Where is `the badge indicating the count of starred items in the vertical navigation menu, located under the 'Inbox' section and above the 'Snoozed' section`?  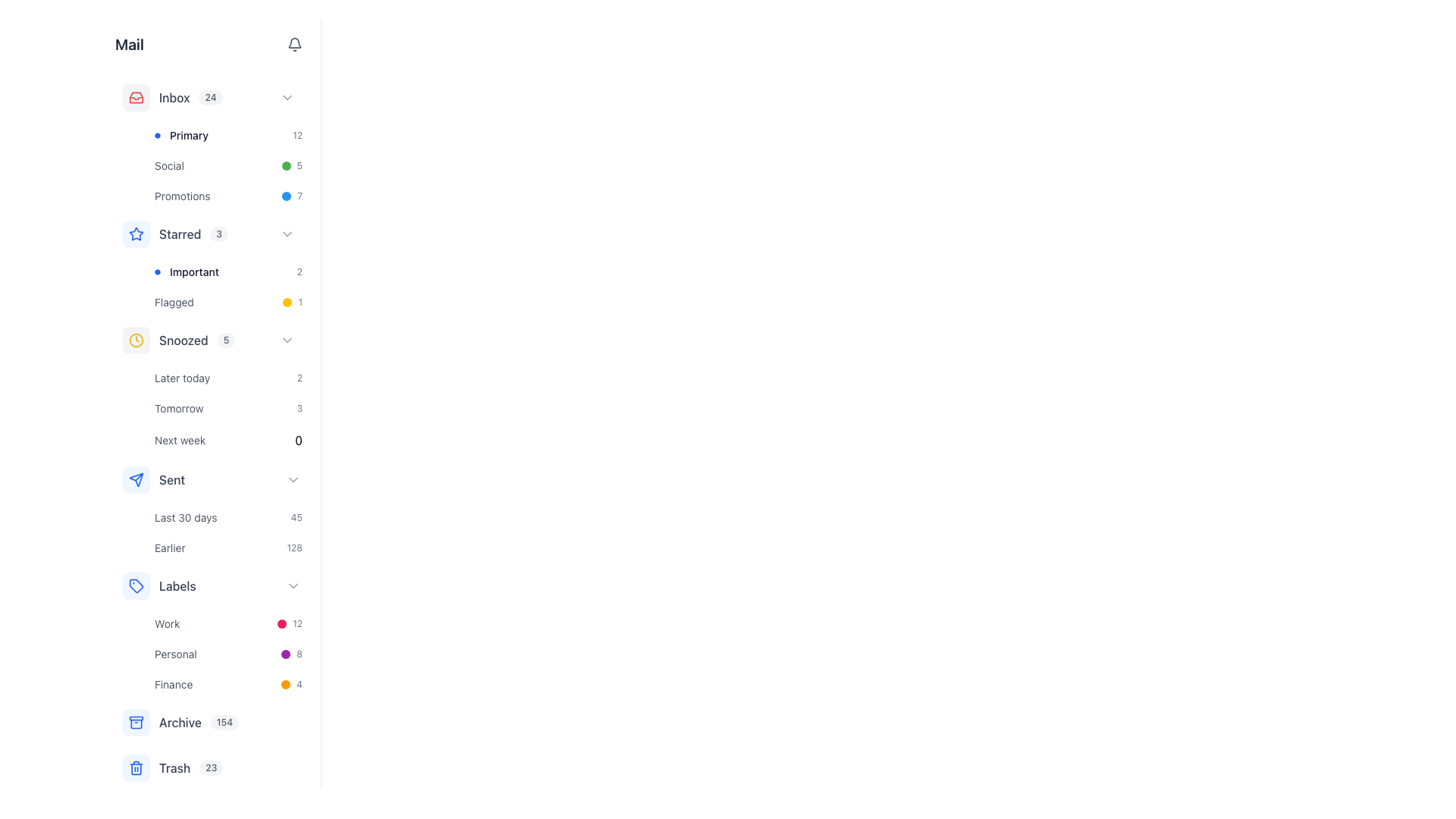
the badge indicating the count of starred items in the vertical navigation menu, located under the 'Inbox' section and above the 'Snoozed' section is located at coordinates (192, 234).